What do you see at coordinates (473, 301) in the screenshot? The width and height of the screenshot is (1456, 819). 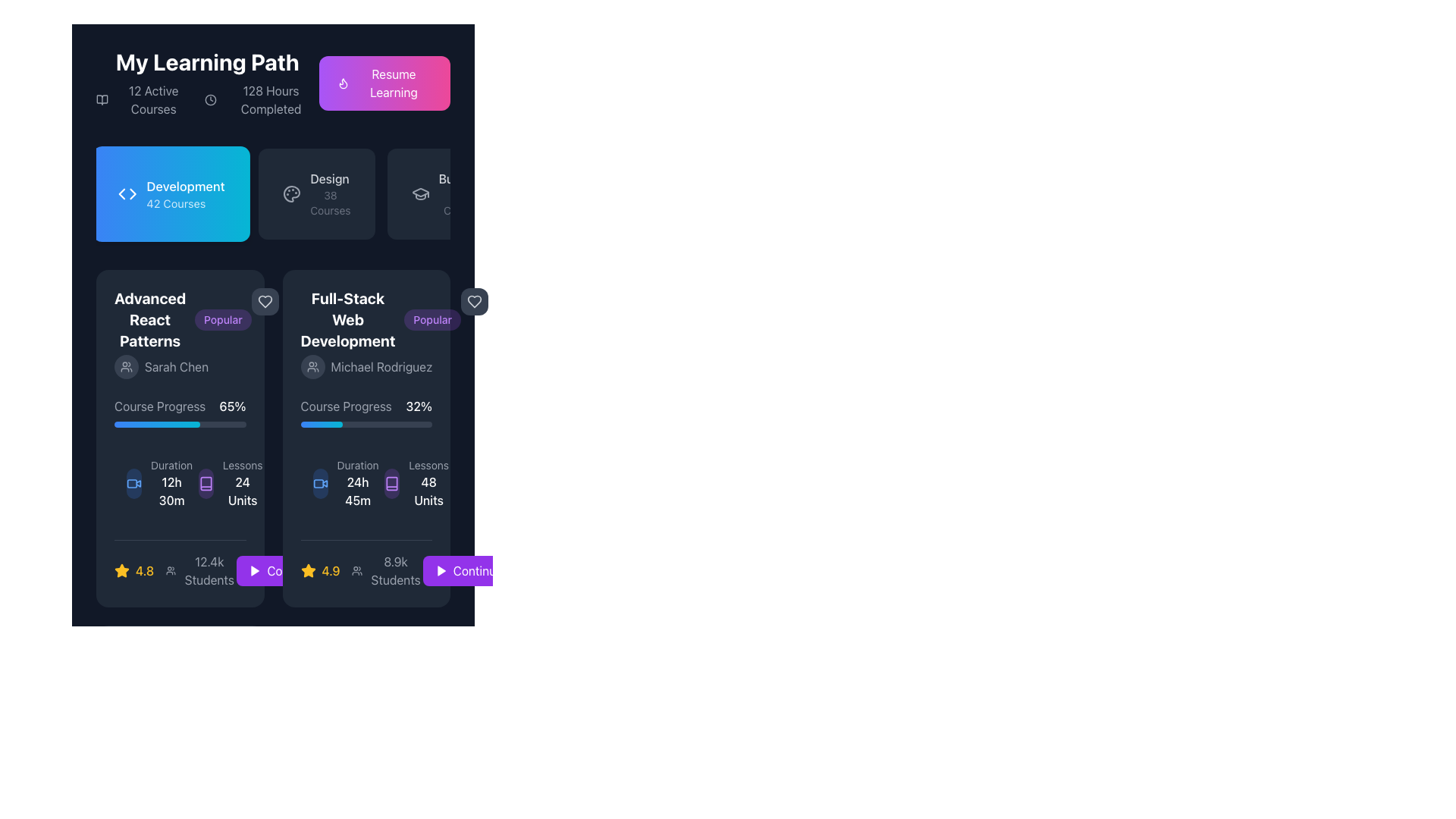 I see `the heart icon button located in the top-right corner of the 'Full-Stack Web Development' card` at bounding box center [473, 301].